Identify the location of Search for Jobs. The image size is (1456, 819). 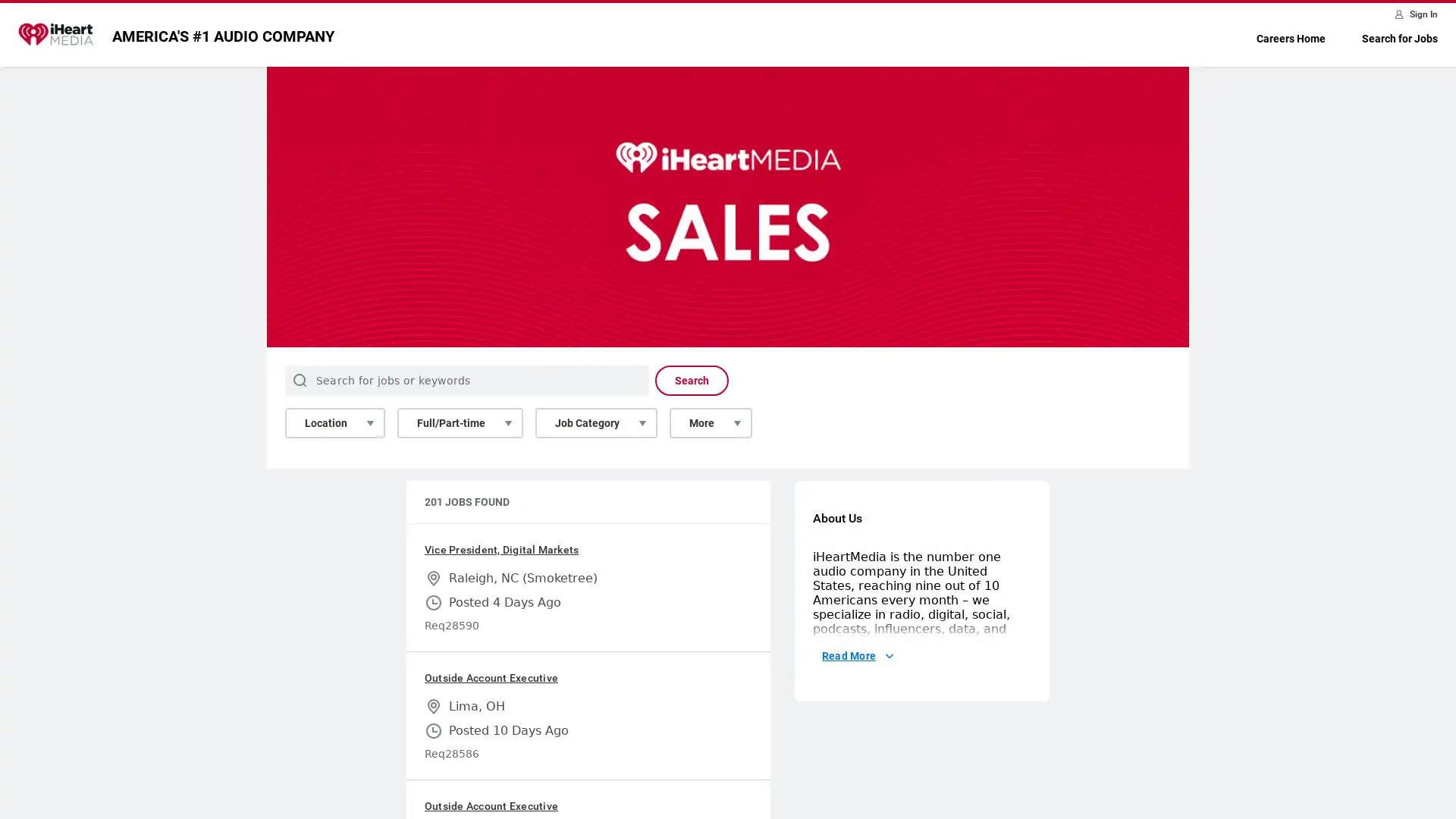
(1399, 38).